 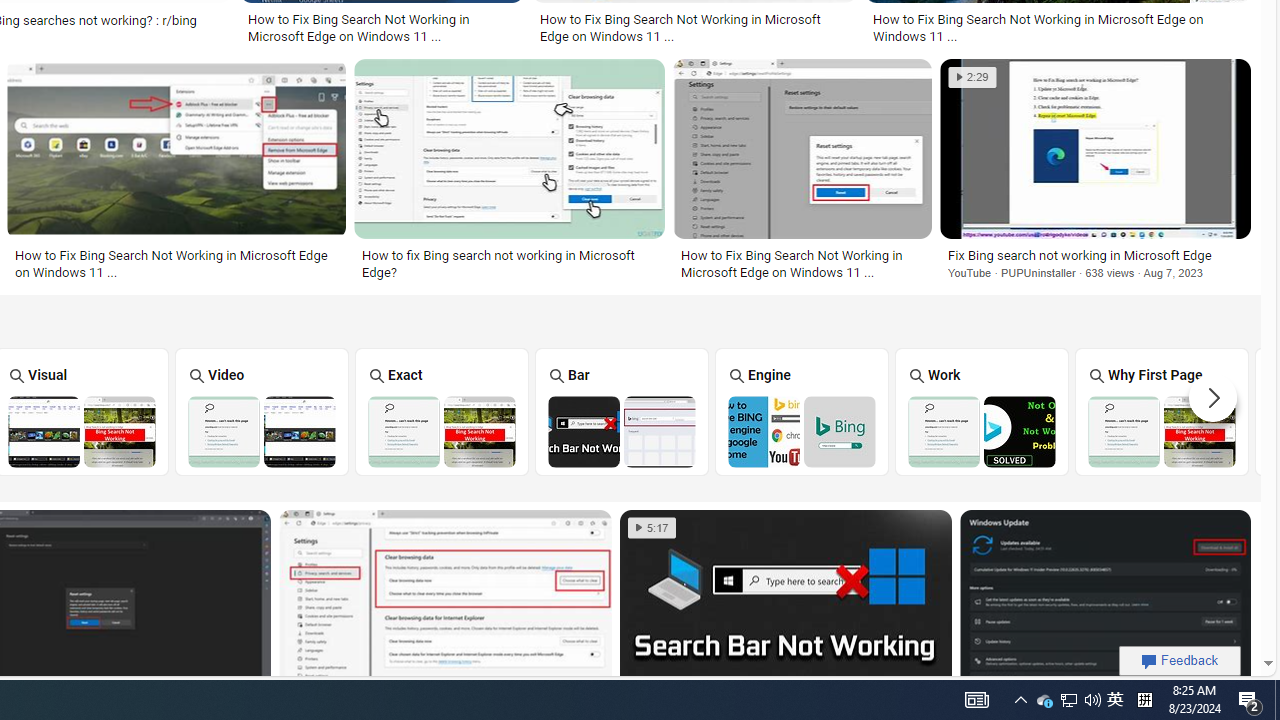 I want to click on 'Why First Page of Bing Search Not Working', so click(x=1162, y=430).